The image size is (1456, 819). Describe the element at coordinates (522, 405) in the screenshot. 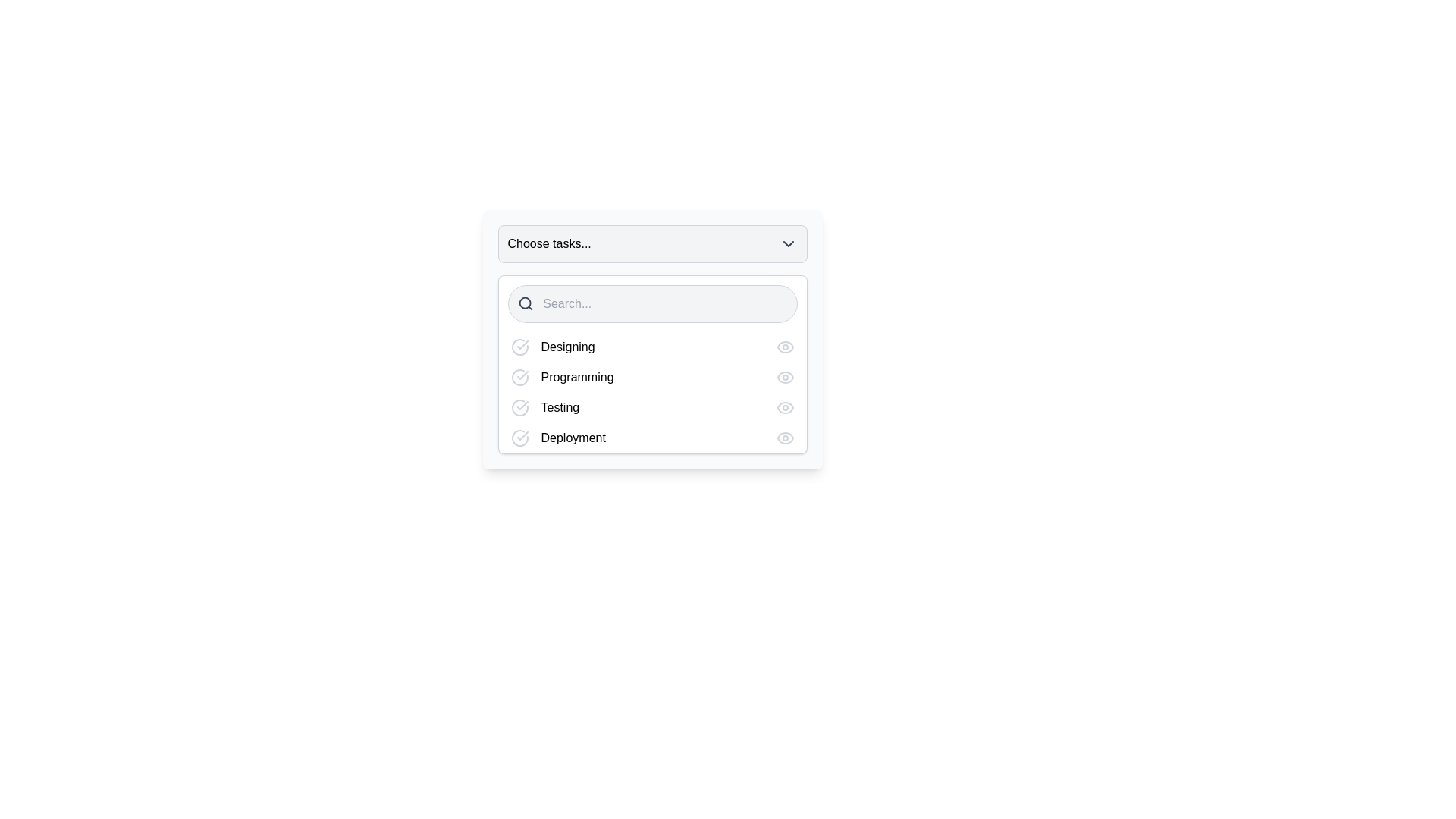

I see `the checkmark graphic within the circular icon that indicates the completed state for the 'Testing' option in the dropdown menu` at that location.